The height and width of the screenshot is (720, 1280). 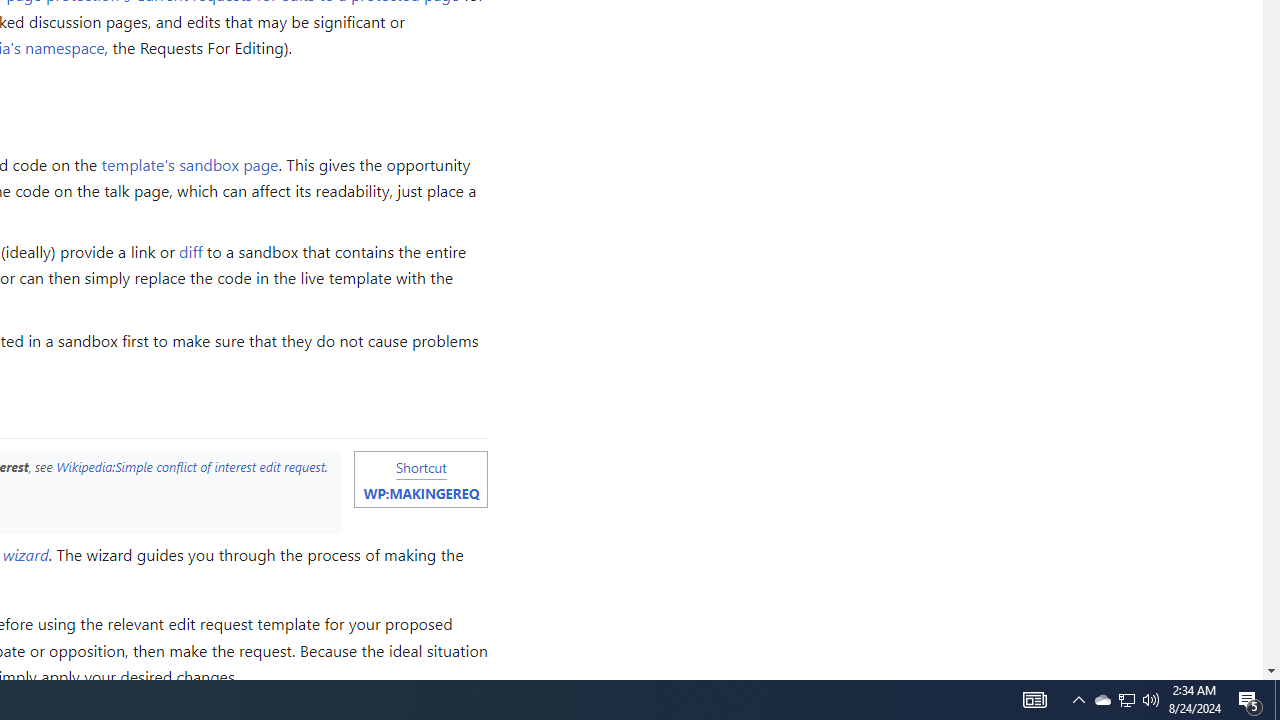 What do you see at coordinates (420, 493) in the screenshot?
I see `'WP:MAKINGEREQ'` at bounding box center [420, 493].